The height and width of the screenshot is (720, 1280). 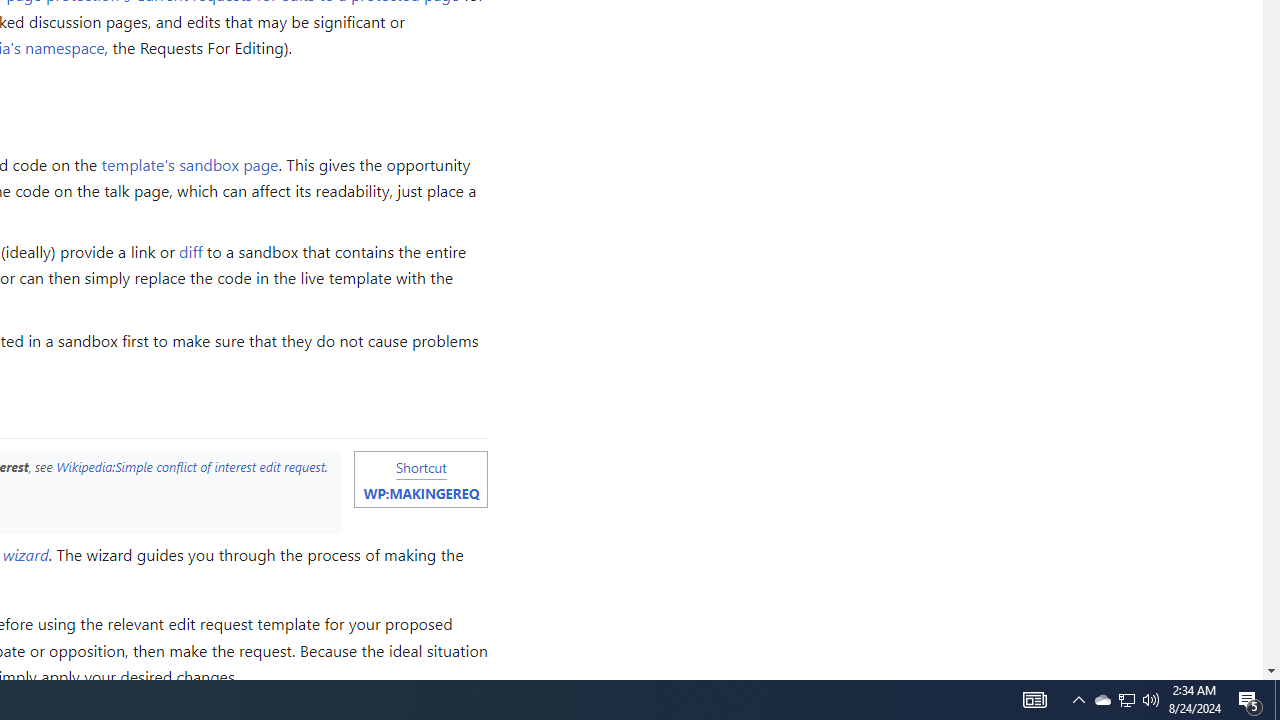 What do you see at coordinates (420, 493) in the screenshot?
I see `'WP:MAKINGEREQ'` at bounding box center [420, 493].